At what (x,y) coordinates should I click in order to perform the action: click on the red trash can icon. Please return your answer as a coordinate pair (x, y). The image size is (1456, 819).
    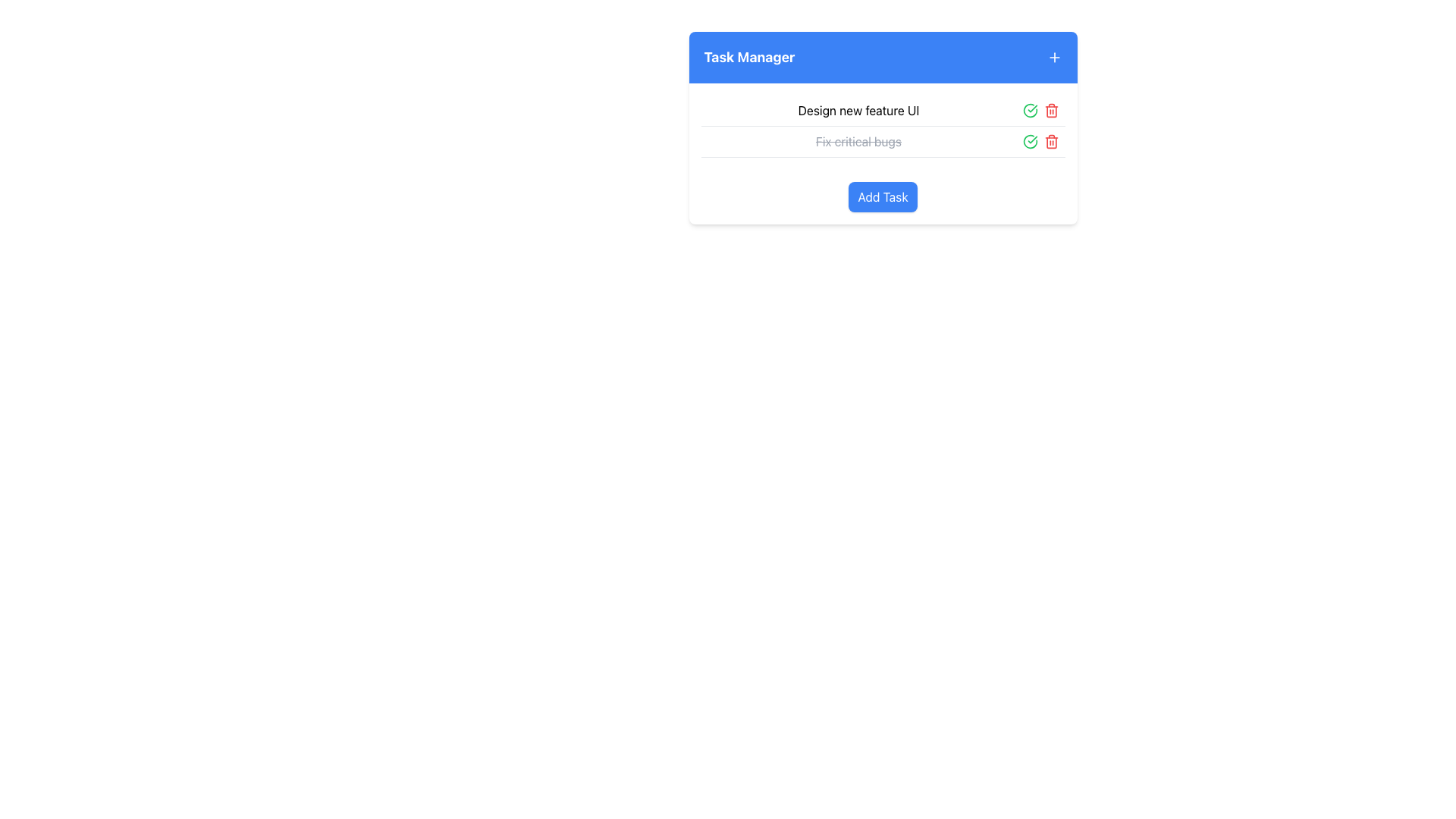
    Looking at the image, I should click on (1050, 110).